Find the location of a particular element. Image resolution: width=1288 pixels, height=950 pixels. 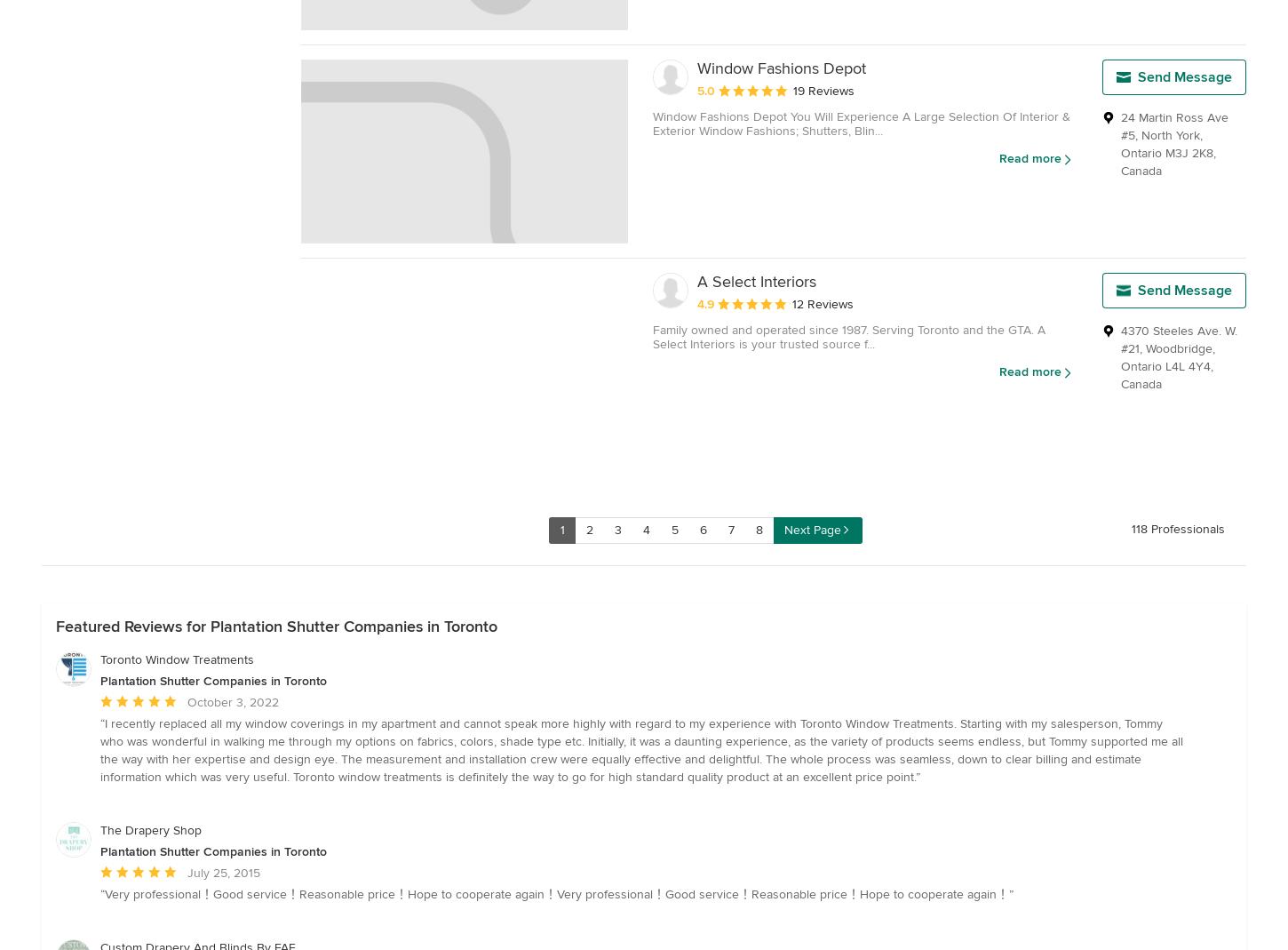

'3' is located at coordinates (617, 530).